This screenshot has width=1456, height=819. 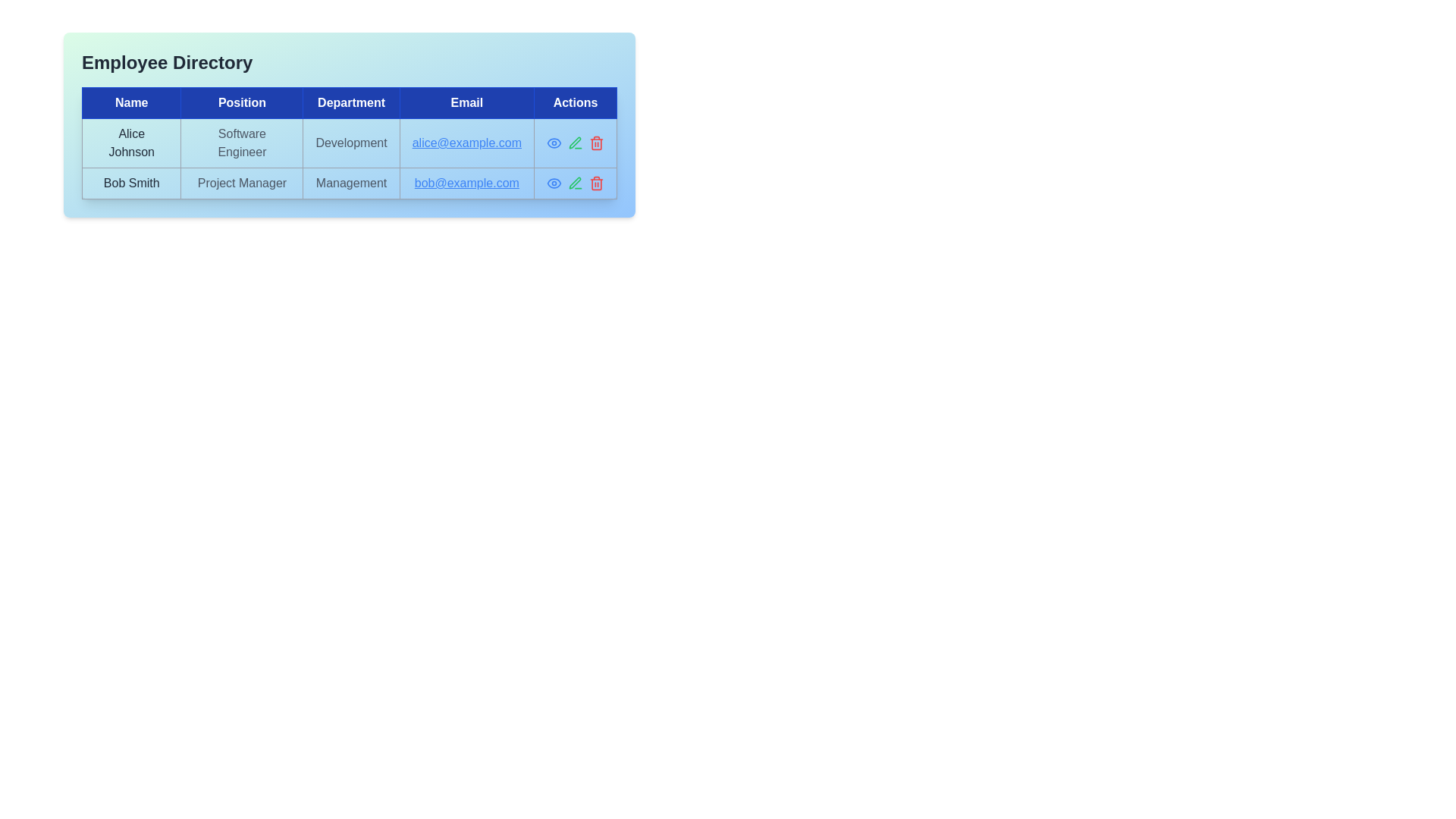 What do you see at coordinates (350, 143) in the screenshot?
I see `the static text element displaying the department associated with the individual, located in the third cell of the first row under the 'Department' header` at bounding box center [350, 143].